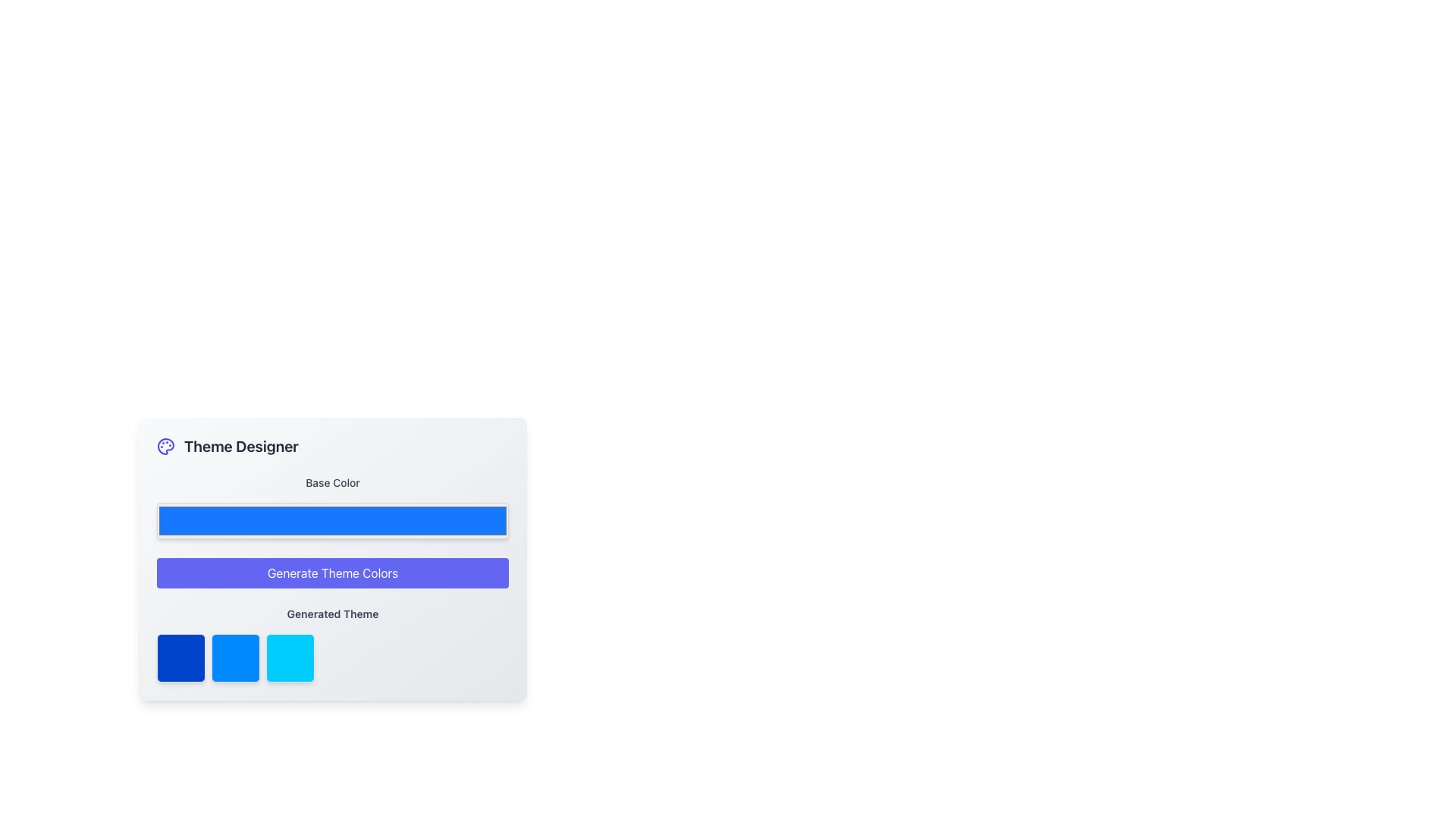 The image size is (1456, 819). Describe the element at coordinates (290, 657) in the screenshot. I see `the rightmost square color swatch located below the 'Generated Theme' section` at that location.